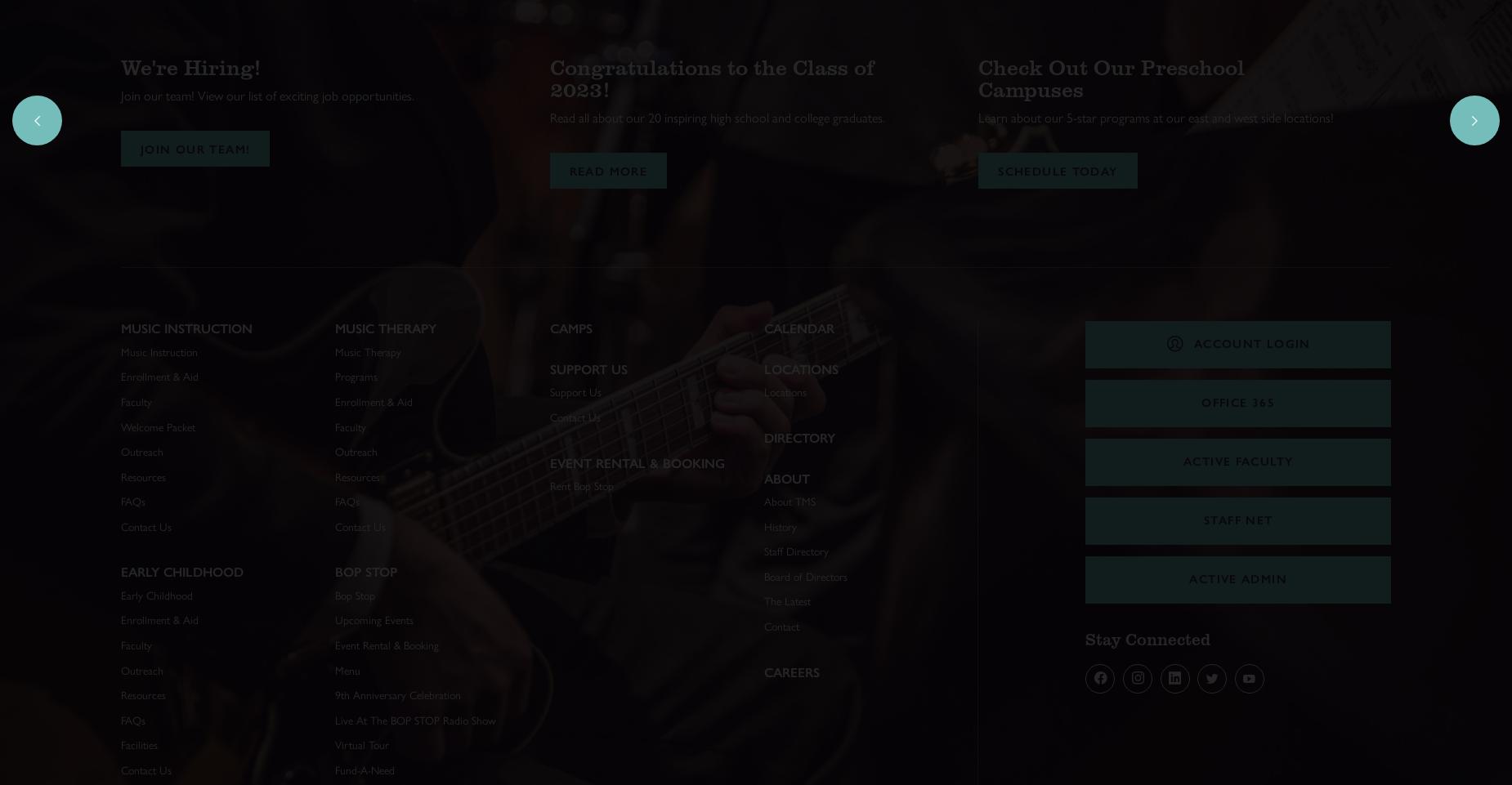 Image resolution: width=1512 pixels, height=785 pixels. Describe the element at coordinates (977, 77) in the screenshot. I see `'Check Out Our Preschool Campuses'` at that location.